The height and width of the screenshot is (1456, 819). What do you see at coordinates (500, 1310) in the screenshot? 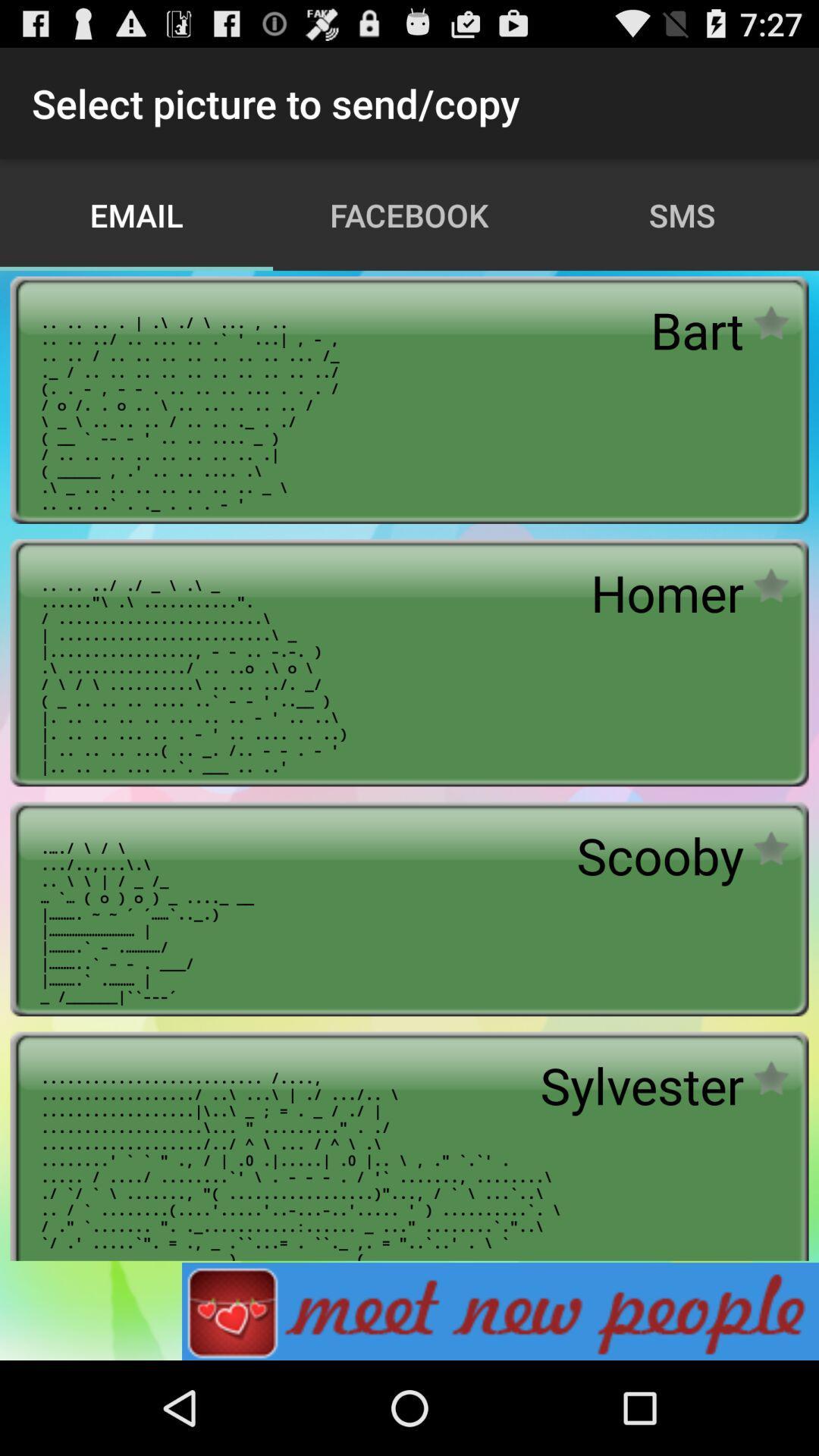
I see `advertisement for dating app` at bounding box center [500, 1310].